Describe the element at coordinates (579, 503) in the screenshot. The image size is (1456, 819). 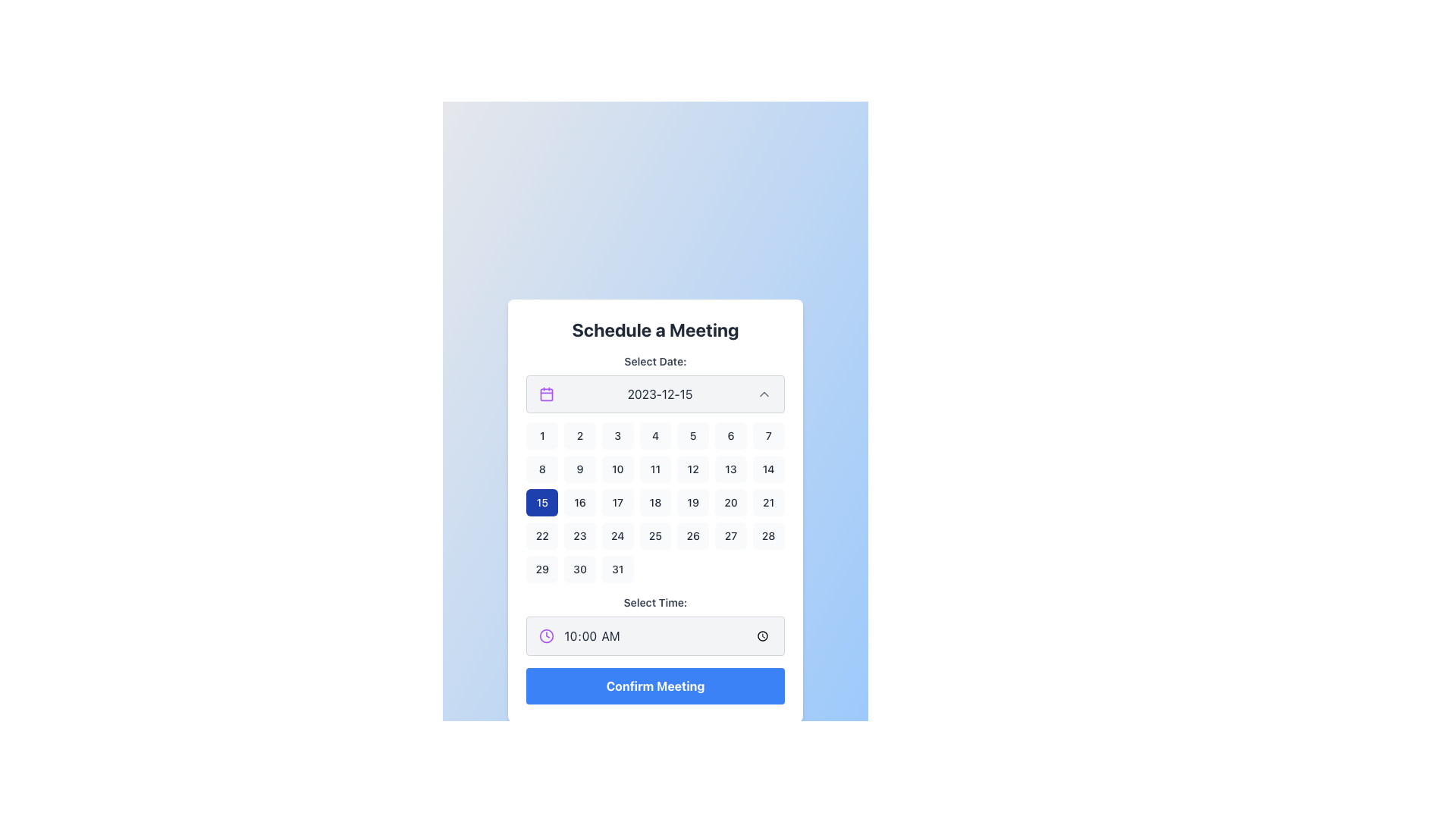
I see `the button displaying the number '16' in the calendar interface` at that location.